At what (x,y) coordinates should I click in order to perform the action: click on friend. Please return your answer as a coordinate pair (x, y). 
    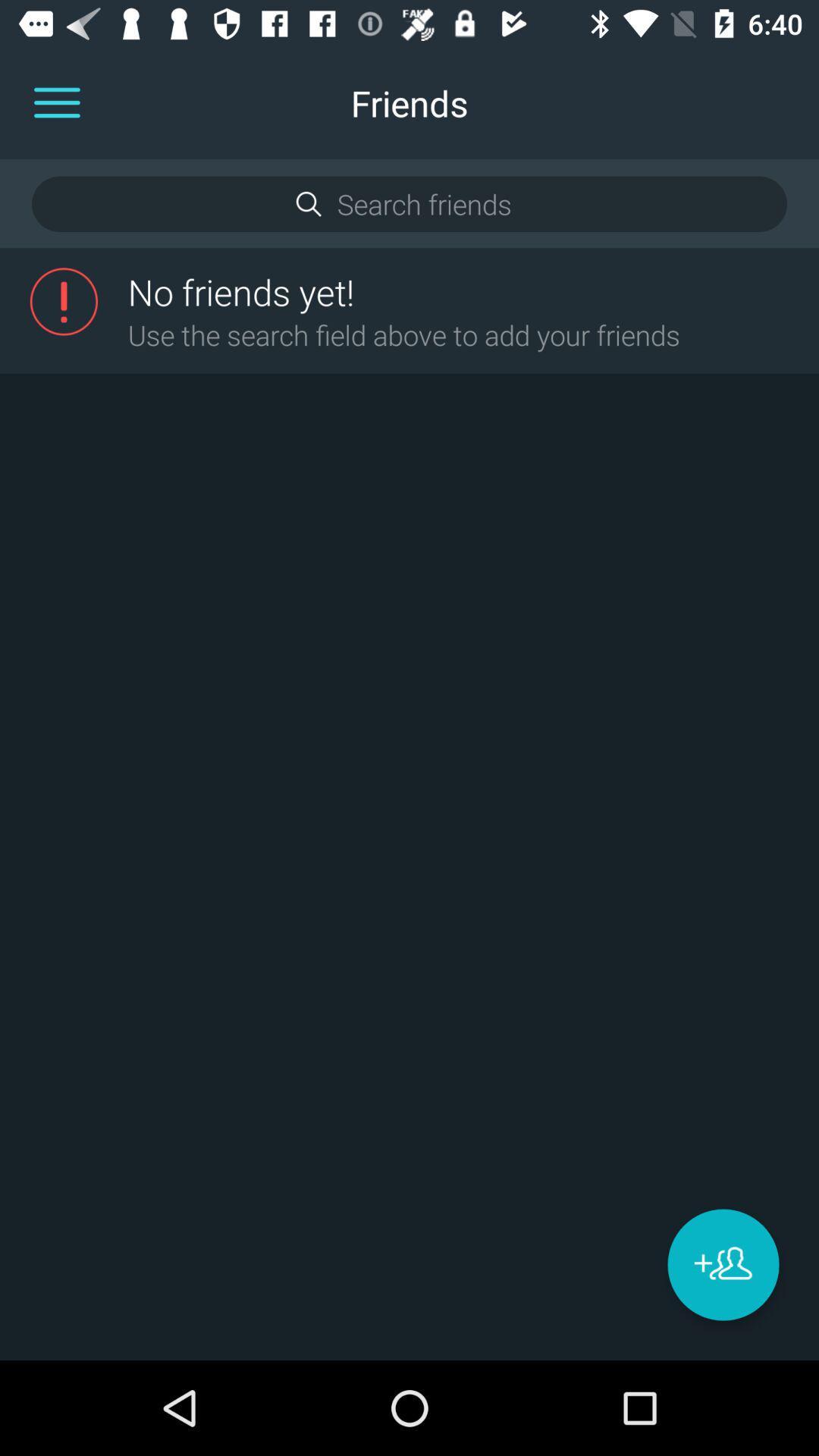
    Looking at the image, I should click on (722, 1264).